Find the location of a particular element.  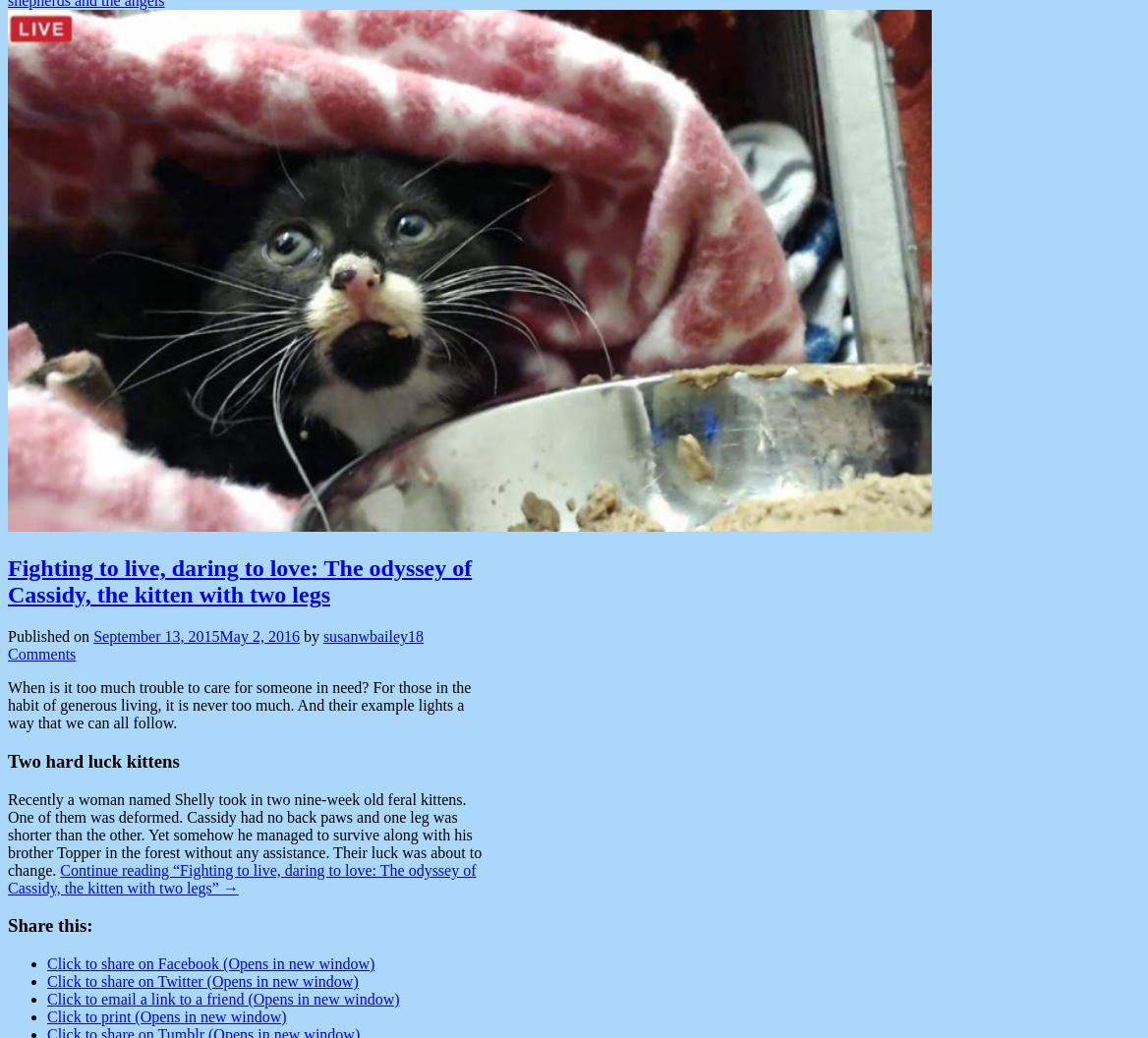

'Click to print (Opens in new window)' is located at coordinates (166, 1015).